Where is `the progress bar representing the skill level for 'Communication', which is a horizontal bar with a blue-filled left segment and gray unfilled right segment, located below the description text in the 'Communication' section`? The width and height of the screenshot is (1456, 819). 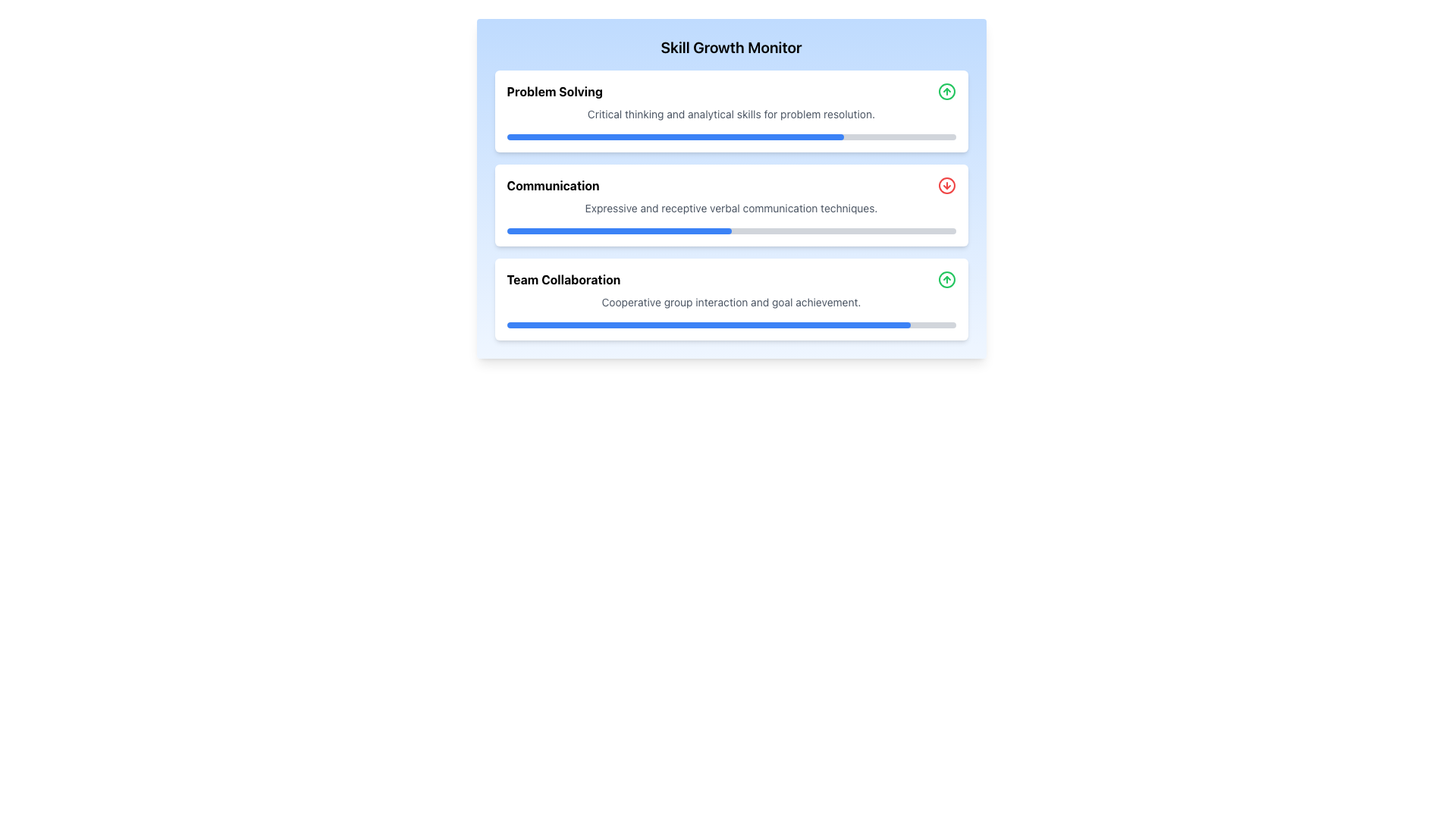
the progress bar representing the skill level for 'Communication', which is a horizontal bar with a blue-filled left segment and gray unfilled right segment, located below the description text in the 'Communication' section is located at coordinates (731, 231).